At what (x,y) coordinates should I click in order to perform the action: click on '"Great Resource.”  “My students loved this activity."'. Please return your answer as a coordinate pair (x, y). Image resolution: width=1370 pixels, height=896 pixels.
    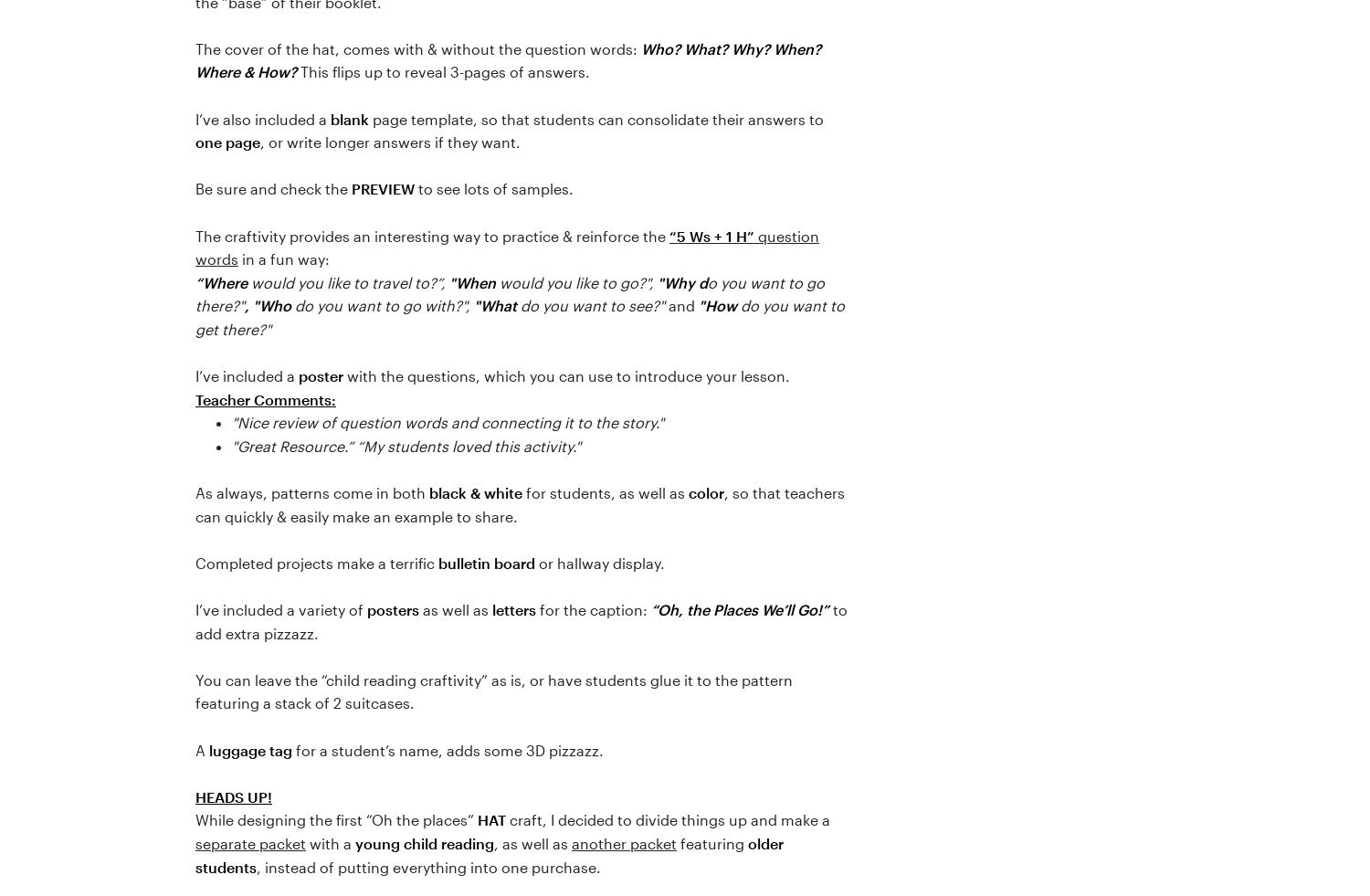
    Looking at the image, I should click on (406, 444).